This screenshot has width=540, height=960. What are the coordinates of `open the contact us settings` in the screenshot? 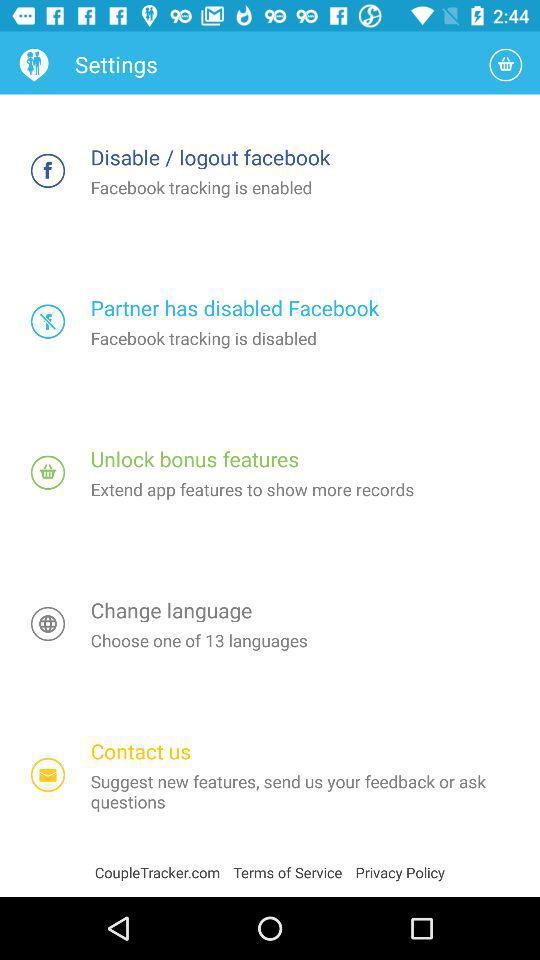 It's located at (48, 774).